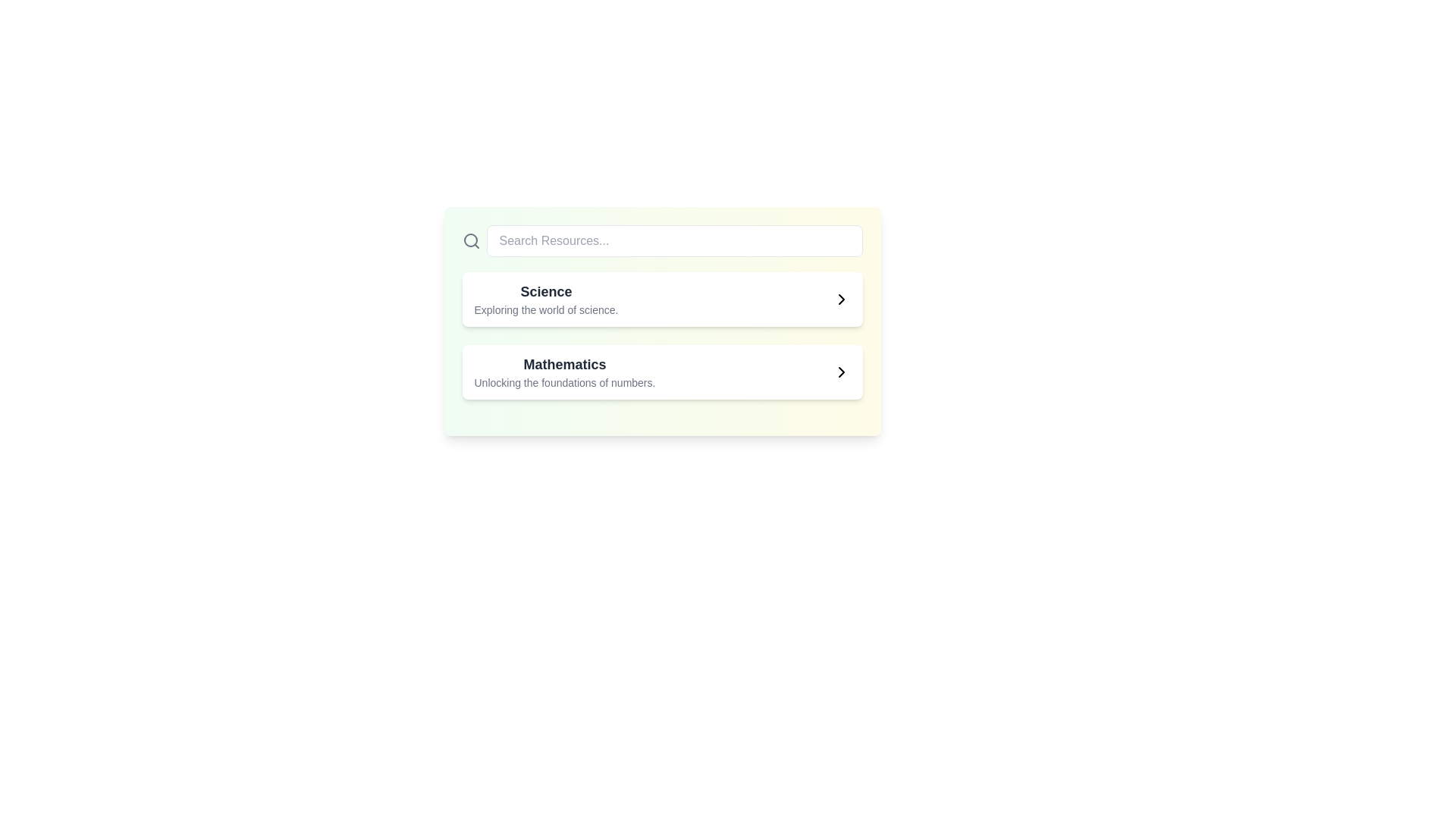  I want to click on text information from the text block that serves as a title and description for a clickable item related to mathematics, located in the center-right portion of the interface below the 'Science' card, so click(563, 372).